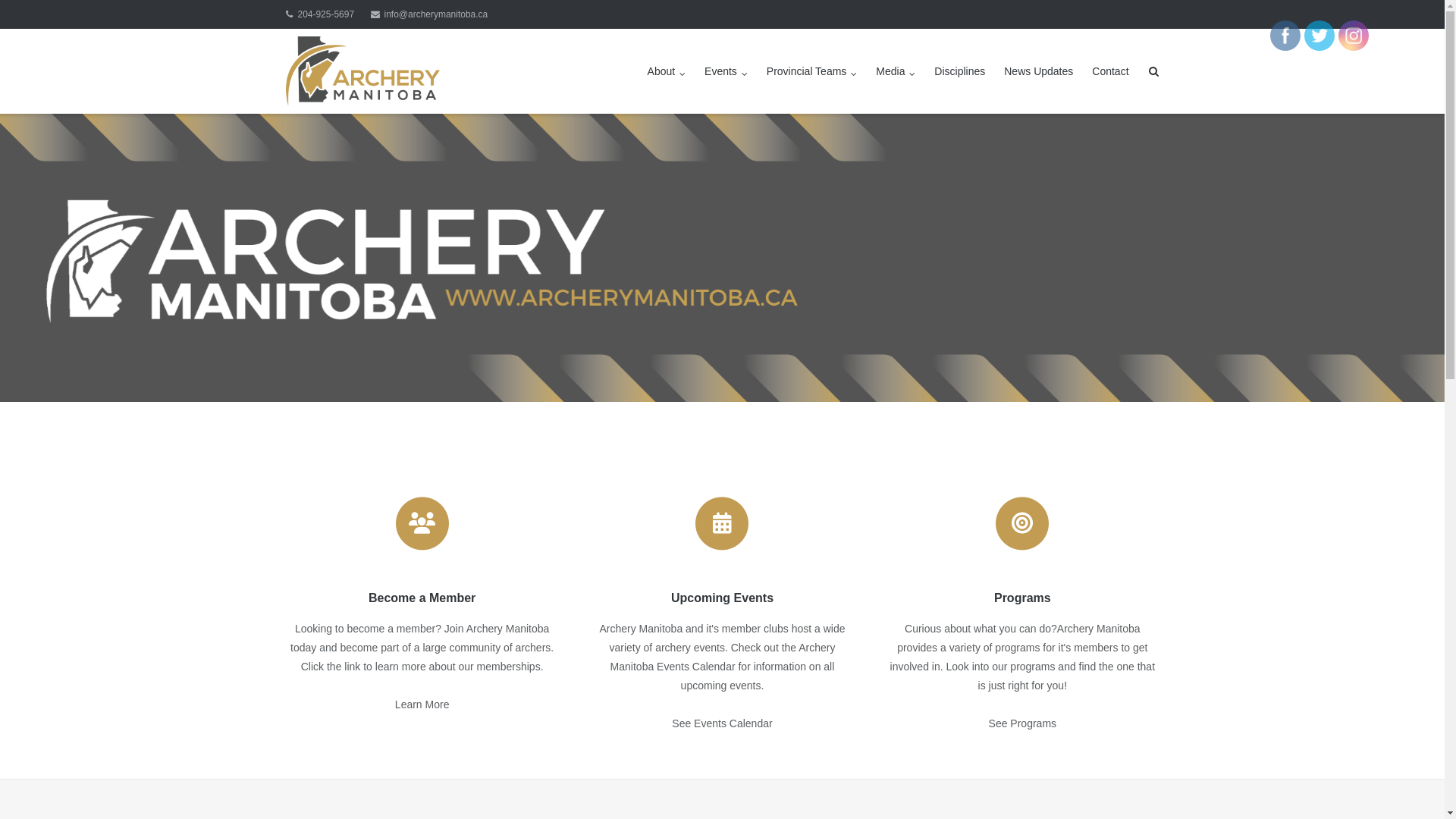  What do you see at coordinates (422, 704) in the screenshot?
I see `'Learn More'` at bounding box center [422, 704].